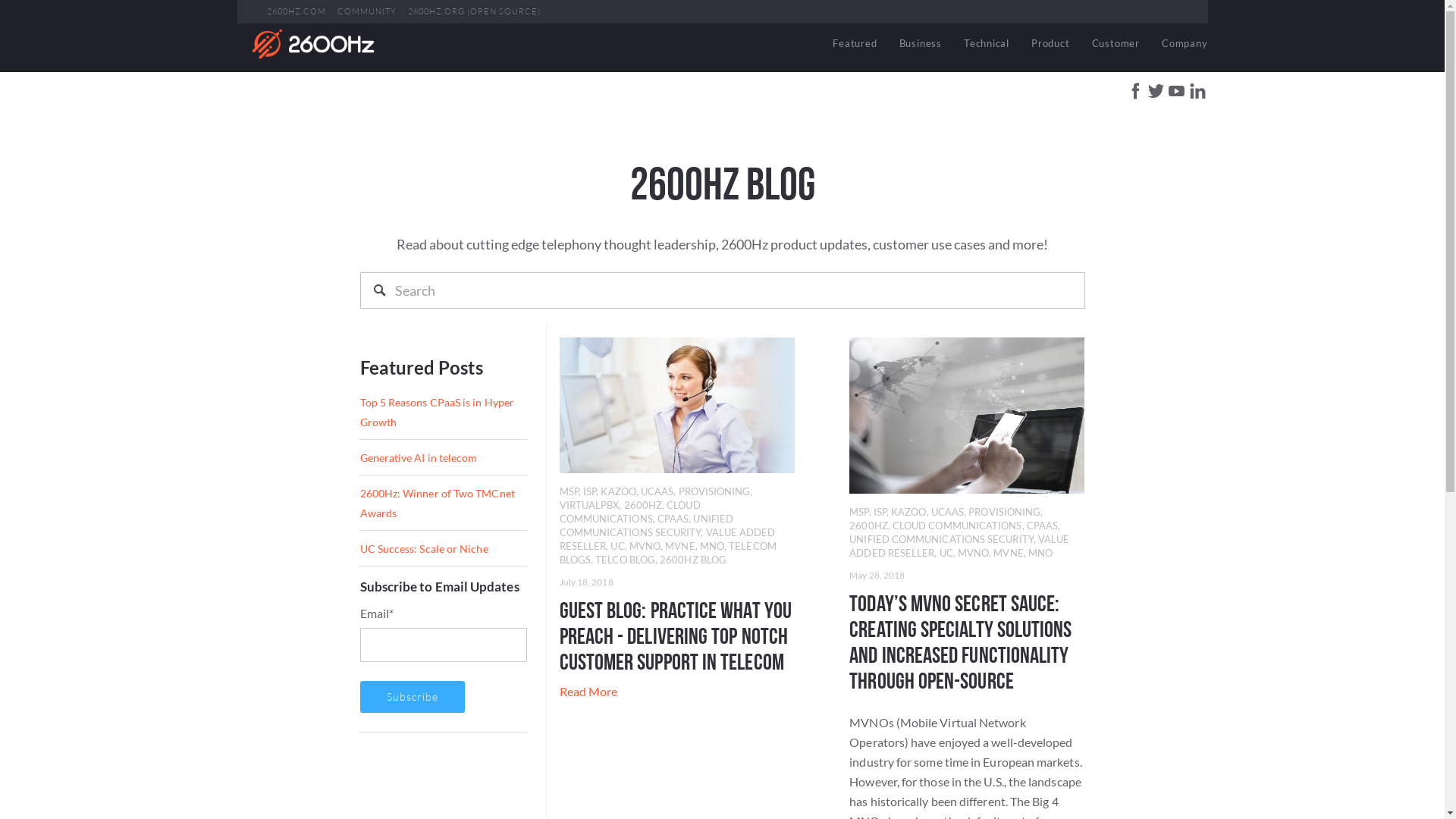  Describe the element at coordinates (568, 491) in the screenshot. I see `'MSP'` at that location.